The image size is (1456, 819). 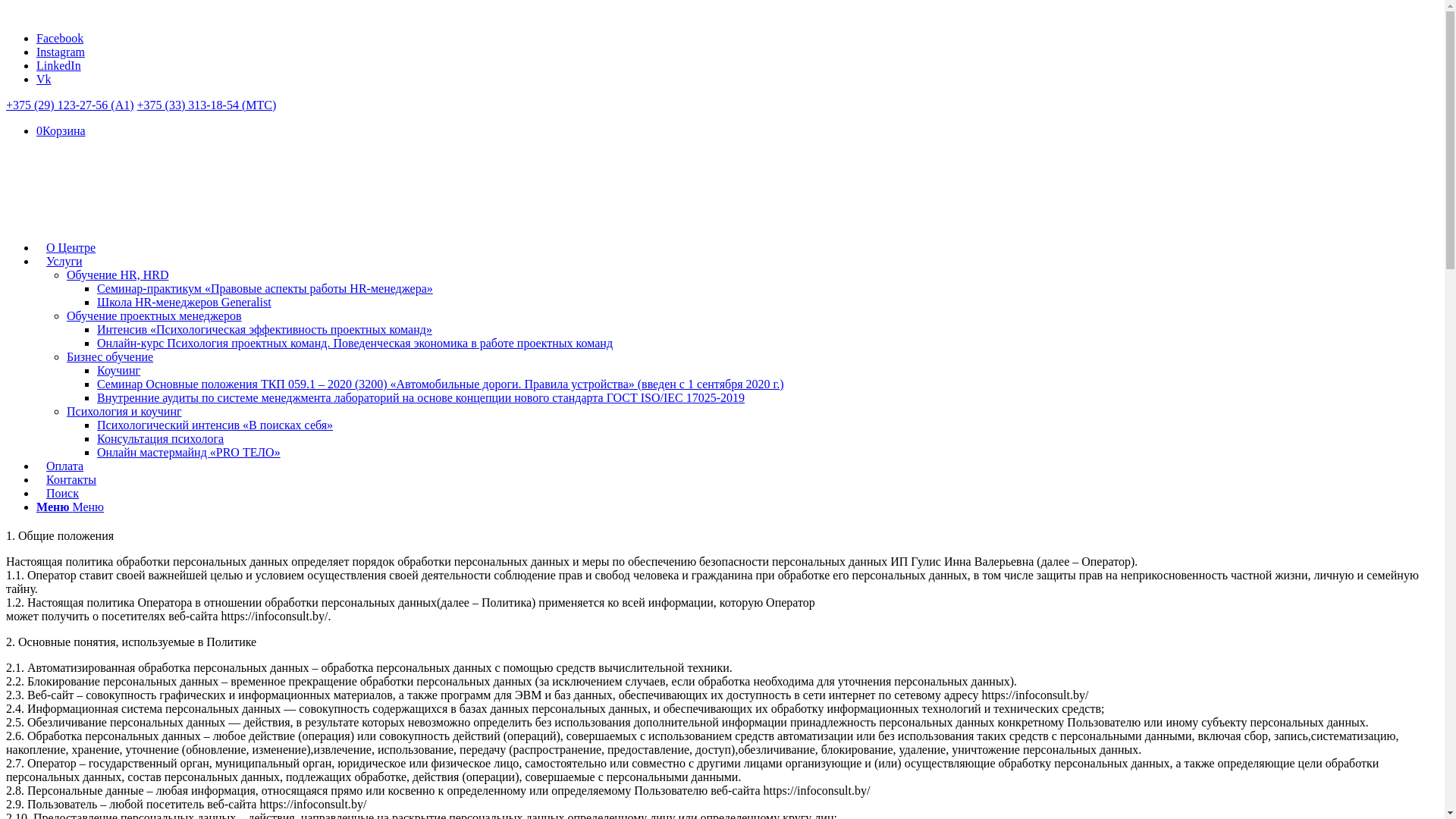 What do you see at coordinates (61, 51) in the screenshot?
I see `'Instagram'` at bounding box center [61, 51].